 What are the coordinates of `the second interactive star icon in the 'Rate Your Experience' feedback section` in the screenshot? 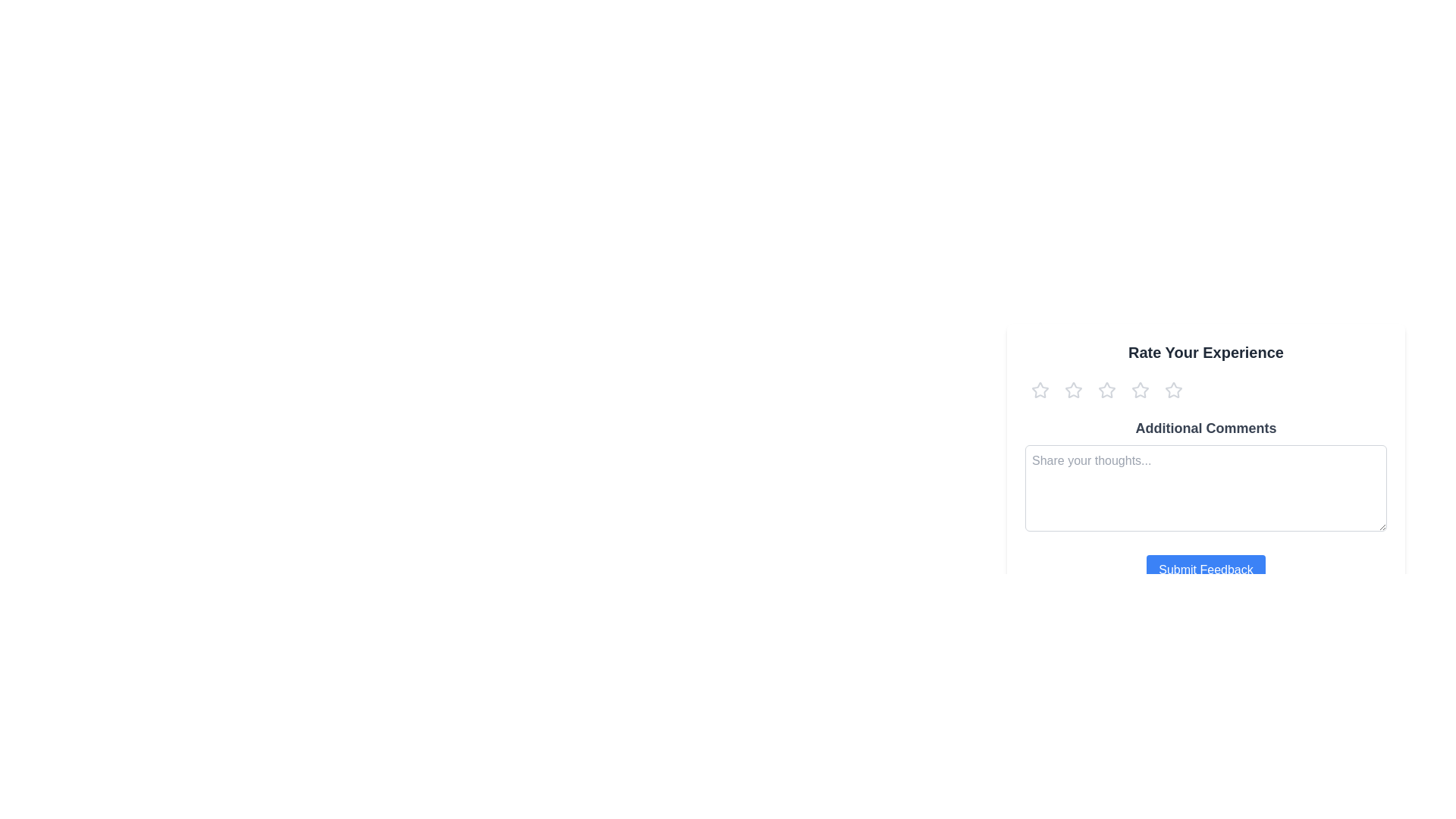 It's located at (1073, 390).